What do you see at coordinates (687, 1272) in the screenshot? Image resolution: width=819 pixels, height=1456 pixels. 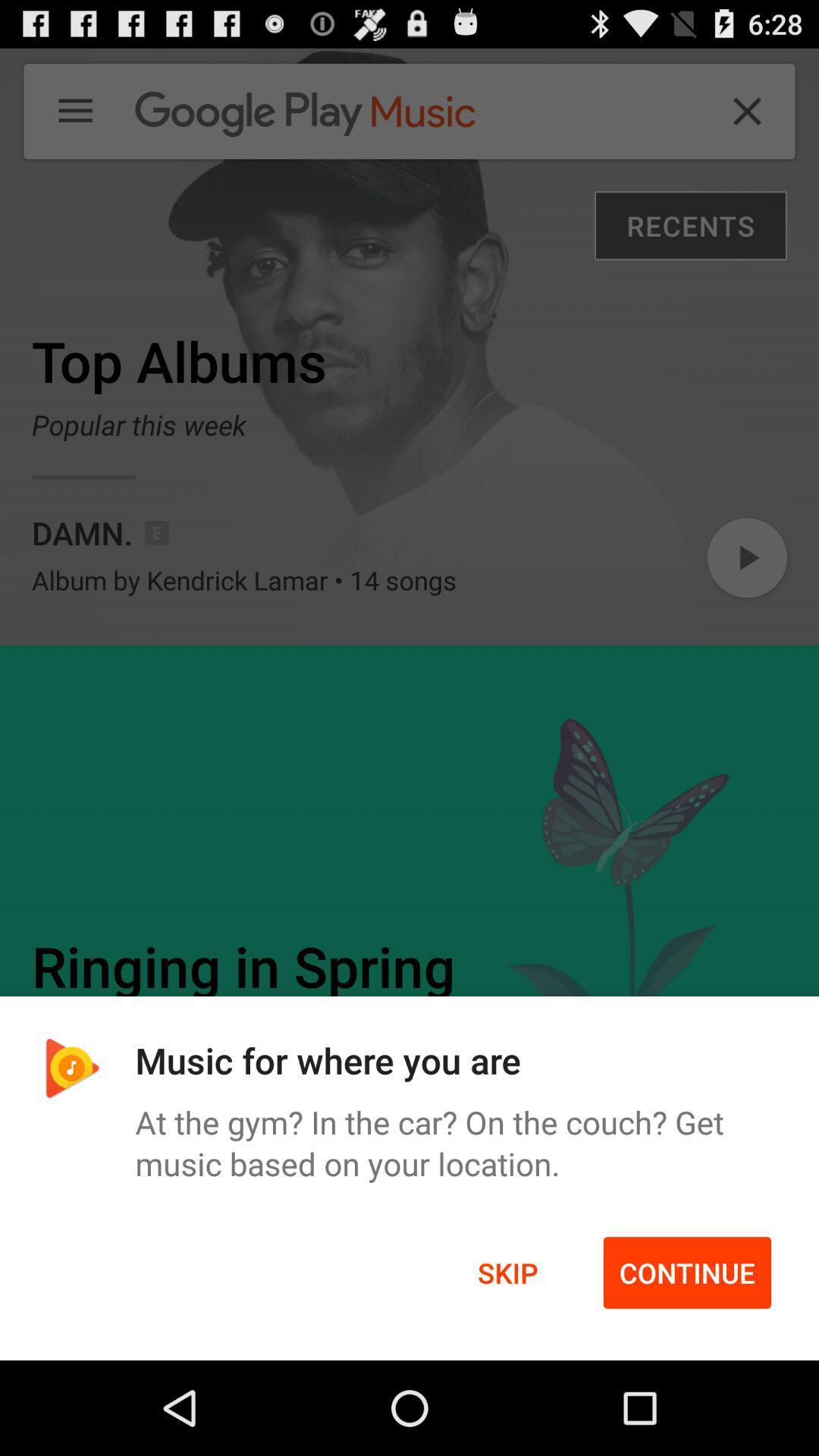 I see `item below the at the gym icon` at bounding box center [687, 1272].